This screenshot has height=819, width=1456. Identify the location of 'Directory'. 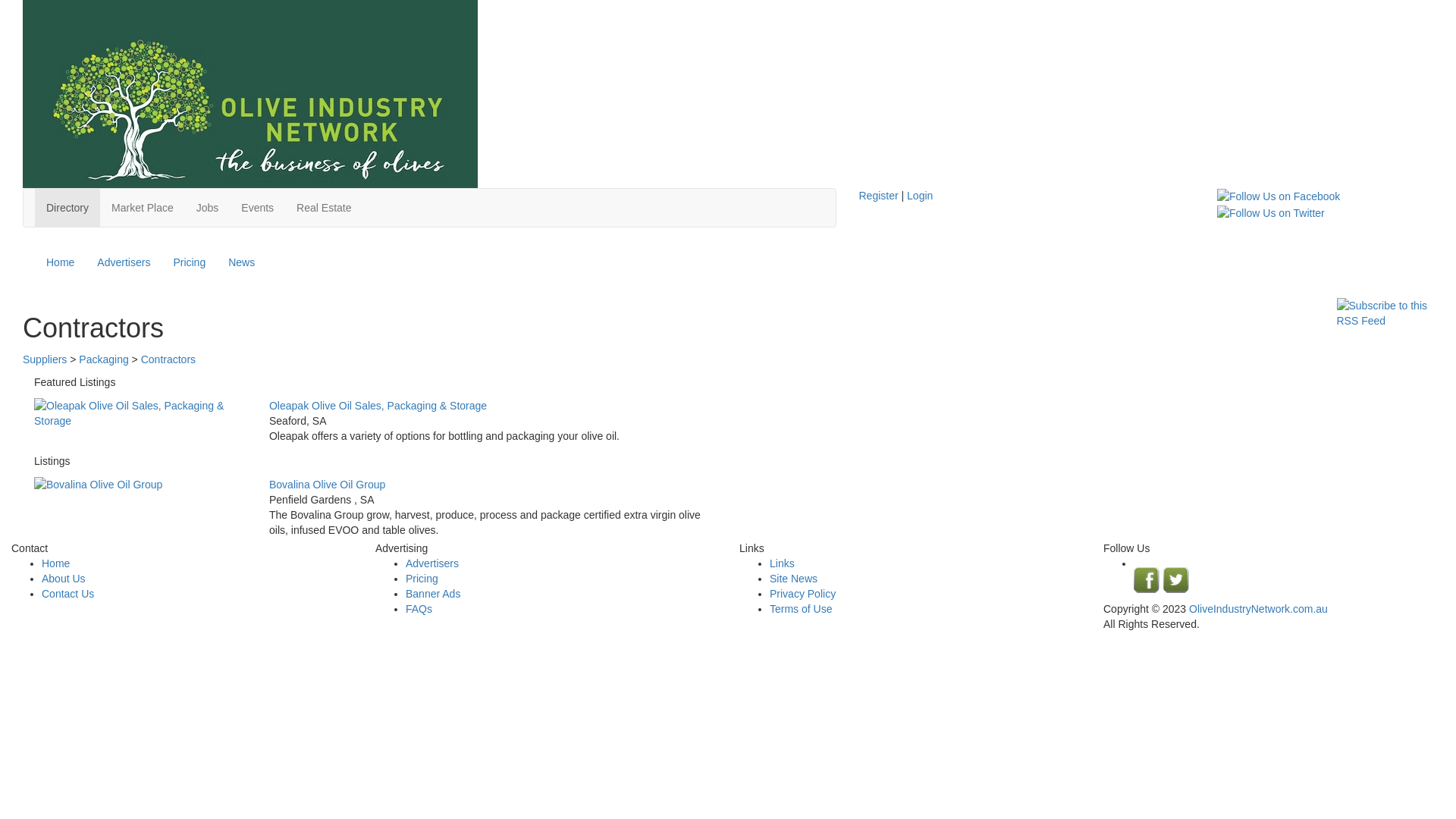
(67, 207).